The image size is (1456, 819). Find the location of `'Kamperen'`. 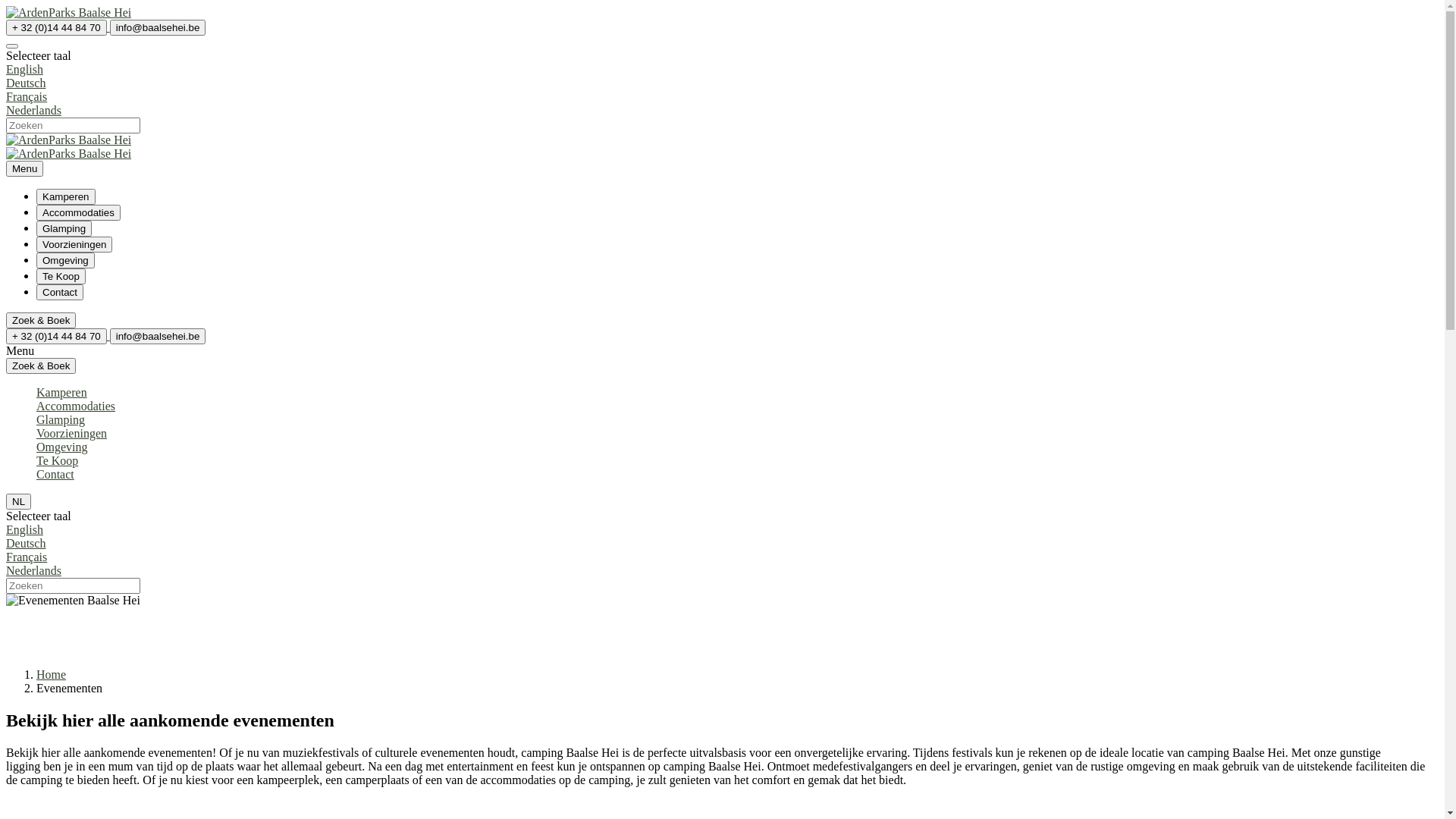

'Kamperen' is located at coordinates (61, 391).